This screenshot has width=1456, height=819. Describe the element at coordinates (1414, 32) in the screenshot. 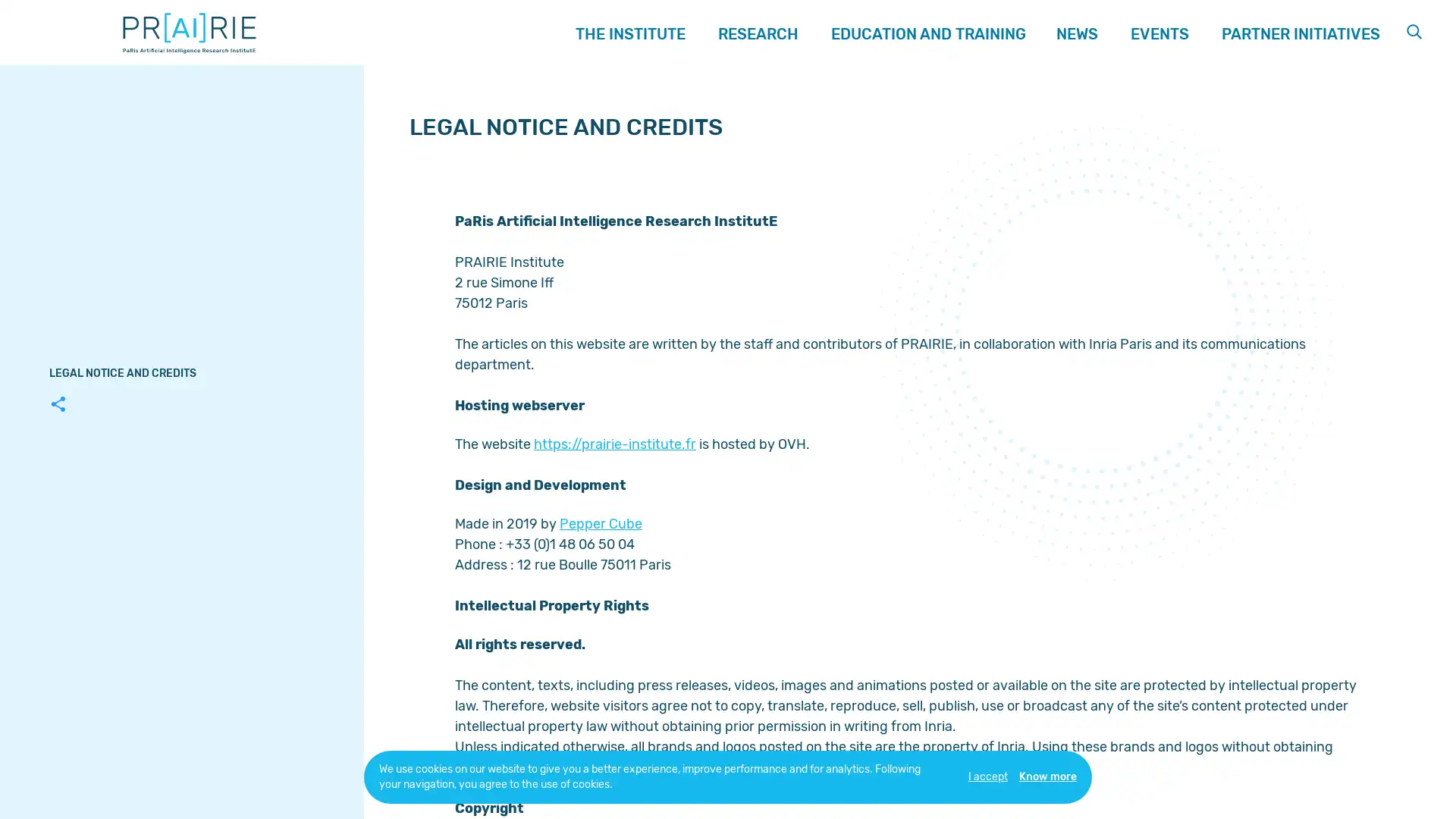

I see `Search` at that location.